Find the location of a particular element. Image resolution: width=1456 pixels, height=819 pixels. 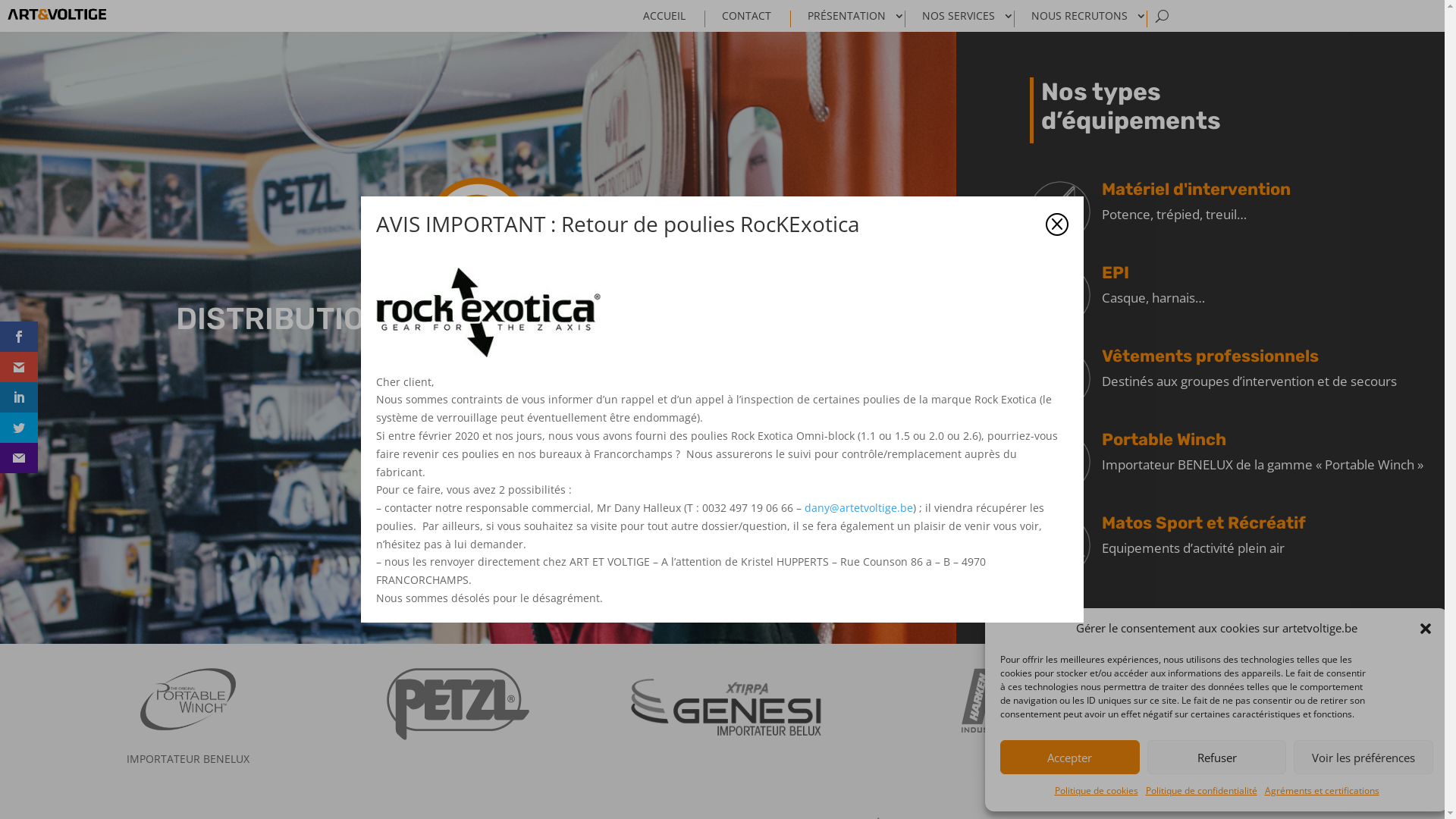

'NOUS RECRUTONS' is located at coordinates (1088, 18).